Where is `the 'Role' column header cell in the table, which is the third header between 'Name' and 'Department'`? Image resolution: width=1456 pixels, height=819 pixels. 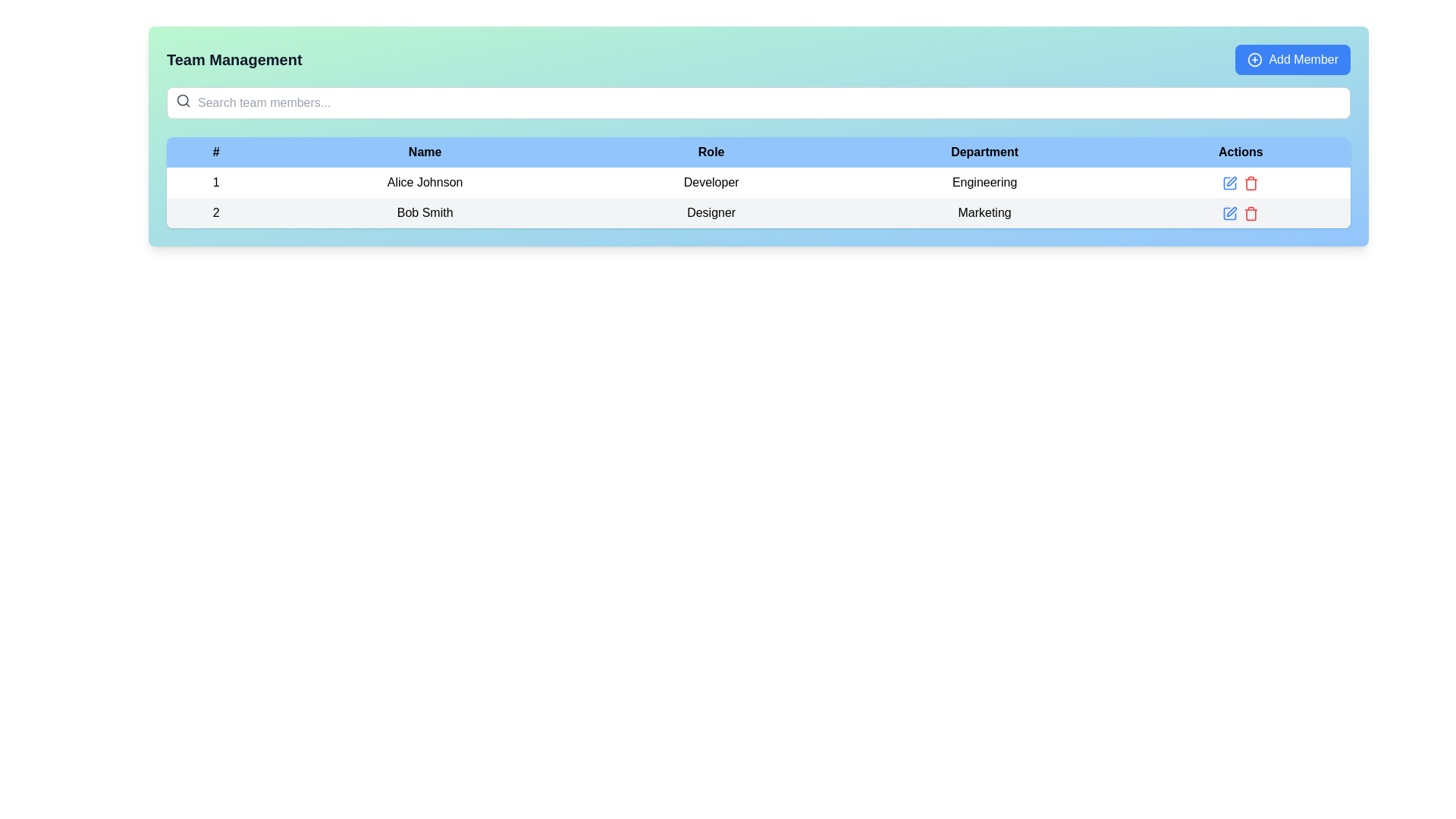 the 'Role' column header cell in the table, which is the third header between 'Name' and 'Department' is located at coordinates (711, 152).